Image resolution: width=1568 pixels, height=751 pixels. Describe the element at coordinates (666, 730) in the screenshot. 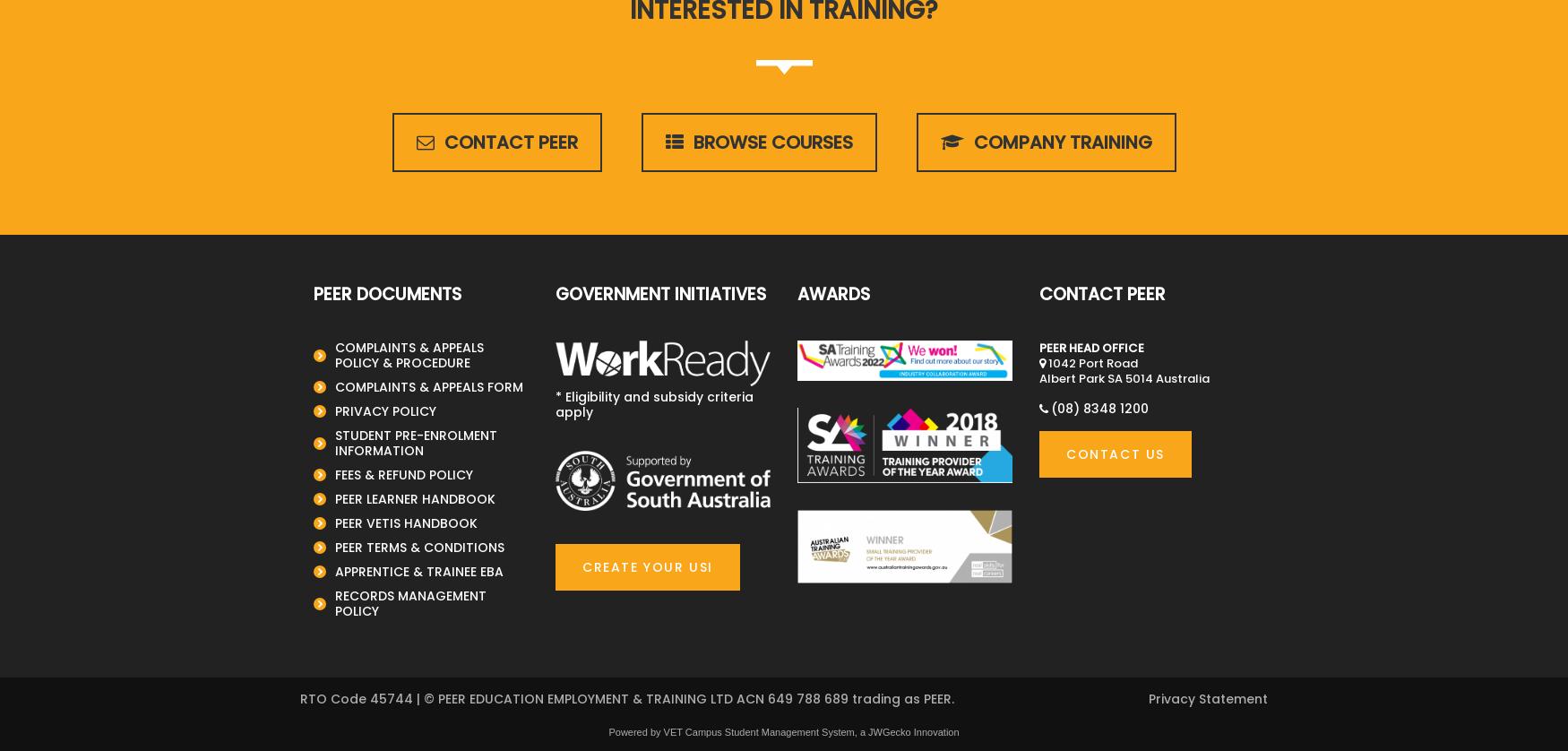

I see `'Powered by VET Campus'` at that location.